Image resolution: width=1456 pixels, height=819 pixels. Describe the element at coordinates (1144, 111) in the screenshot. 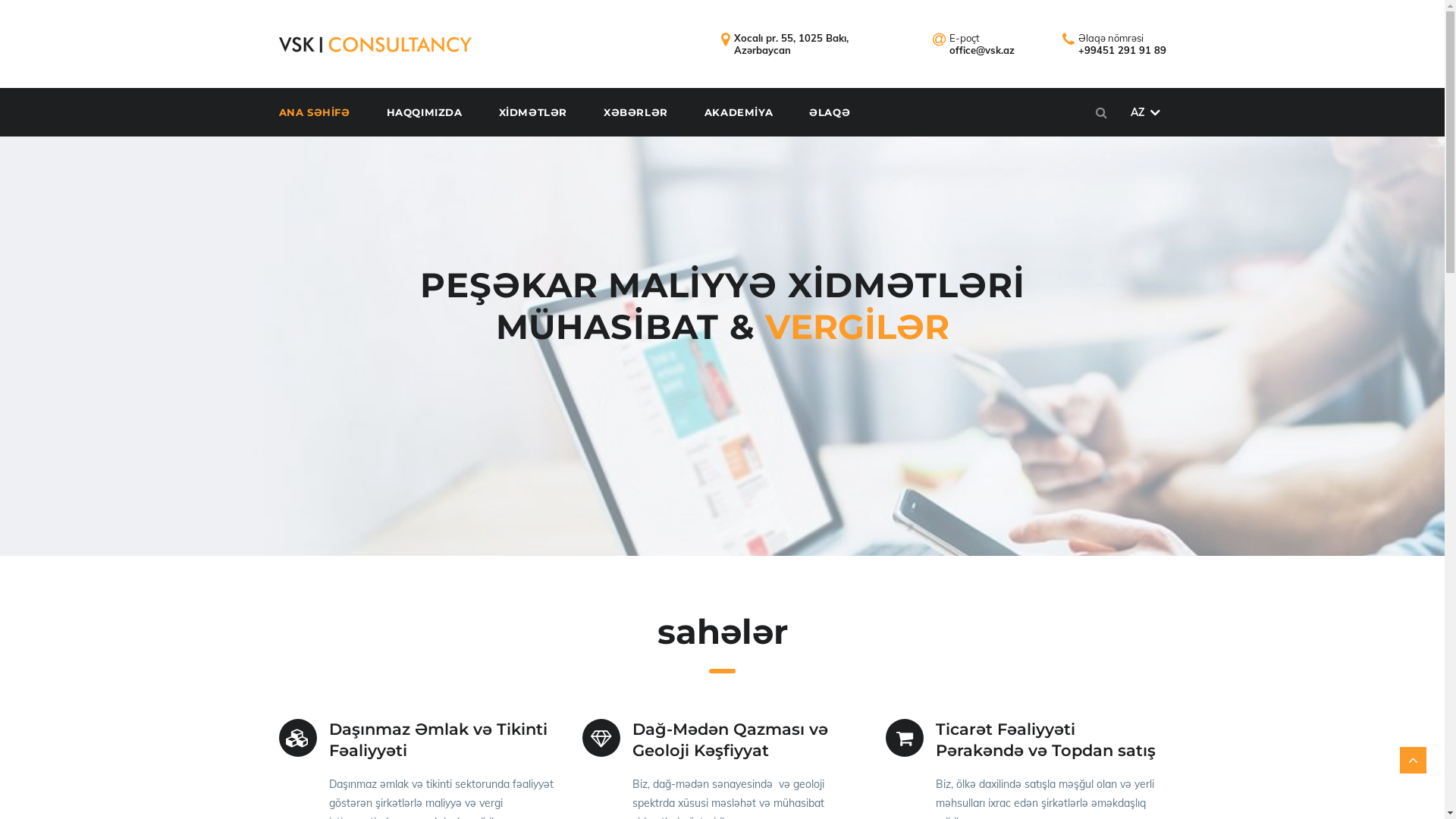

I see `'AZ'` at that location.